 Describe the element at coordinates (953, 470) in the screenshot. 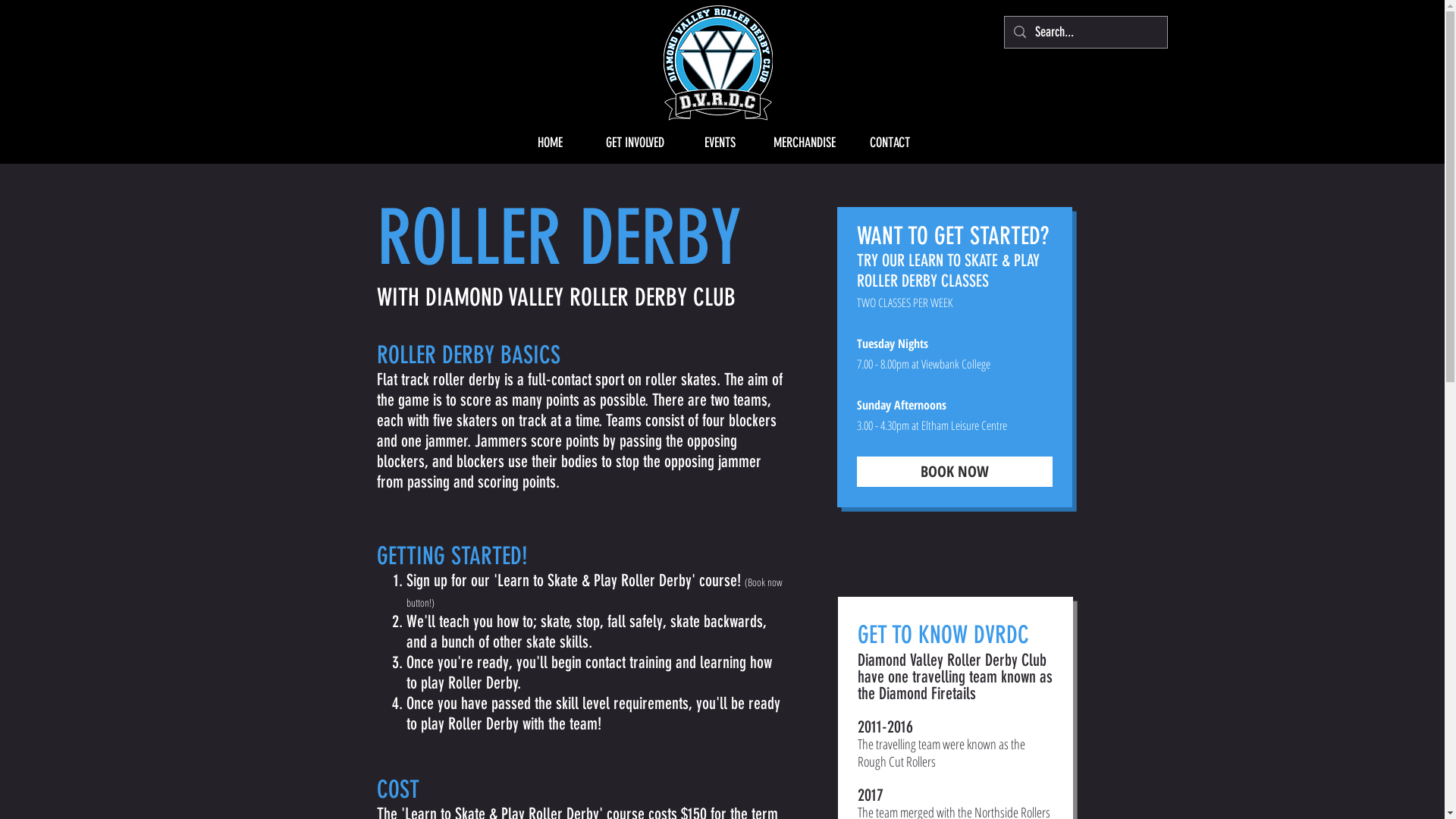

I see `'BOOK NOW'` at that location.